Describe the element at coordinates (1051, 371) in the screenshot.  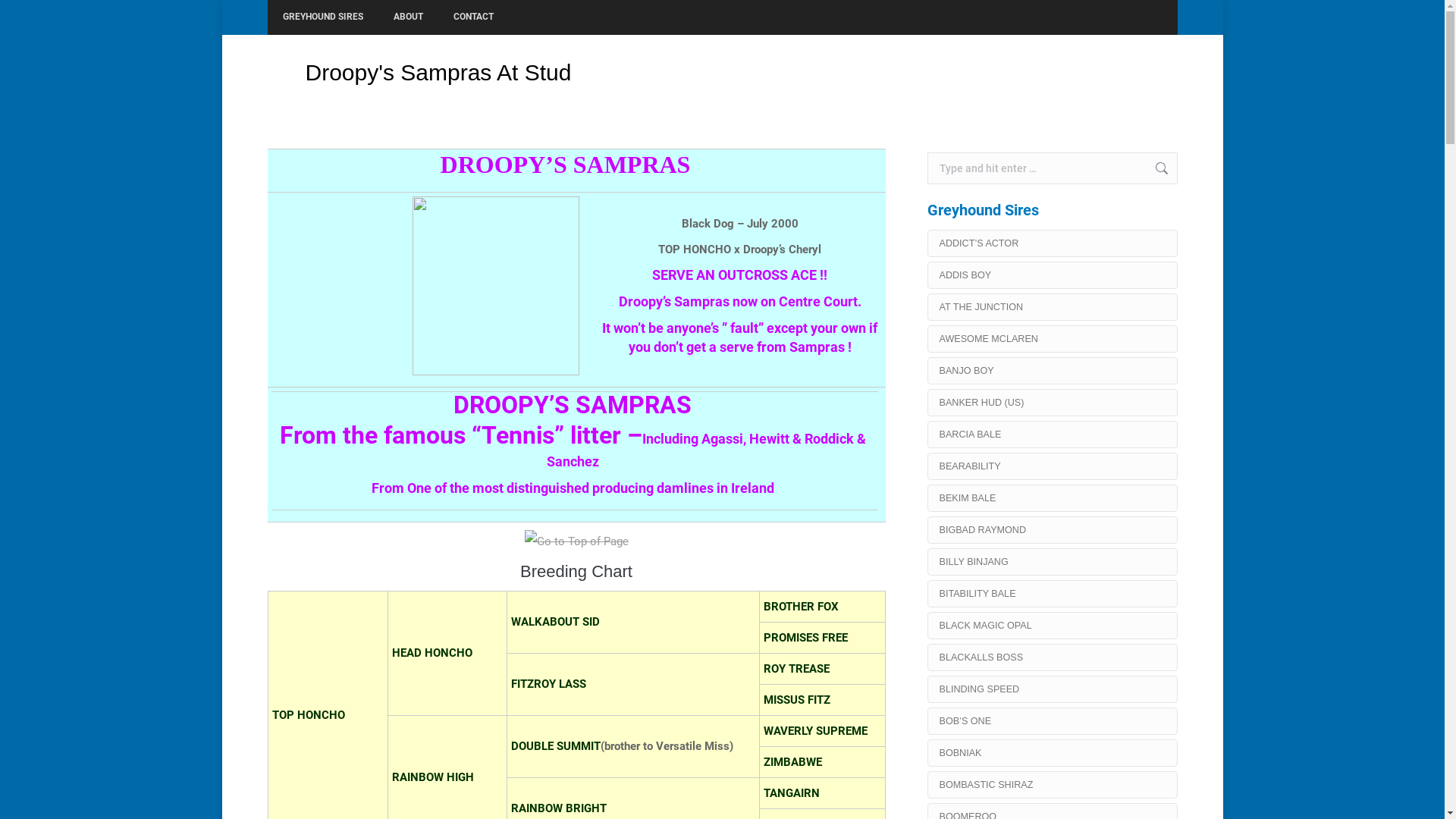
I see `'BANJO BOY'` at that location.